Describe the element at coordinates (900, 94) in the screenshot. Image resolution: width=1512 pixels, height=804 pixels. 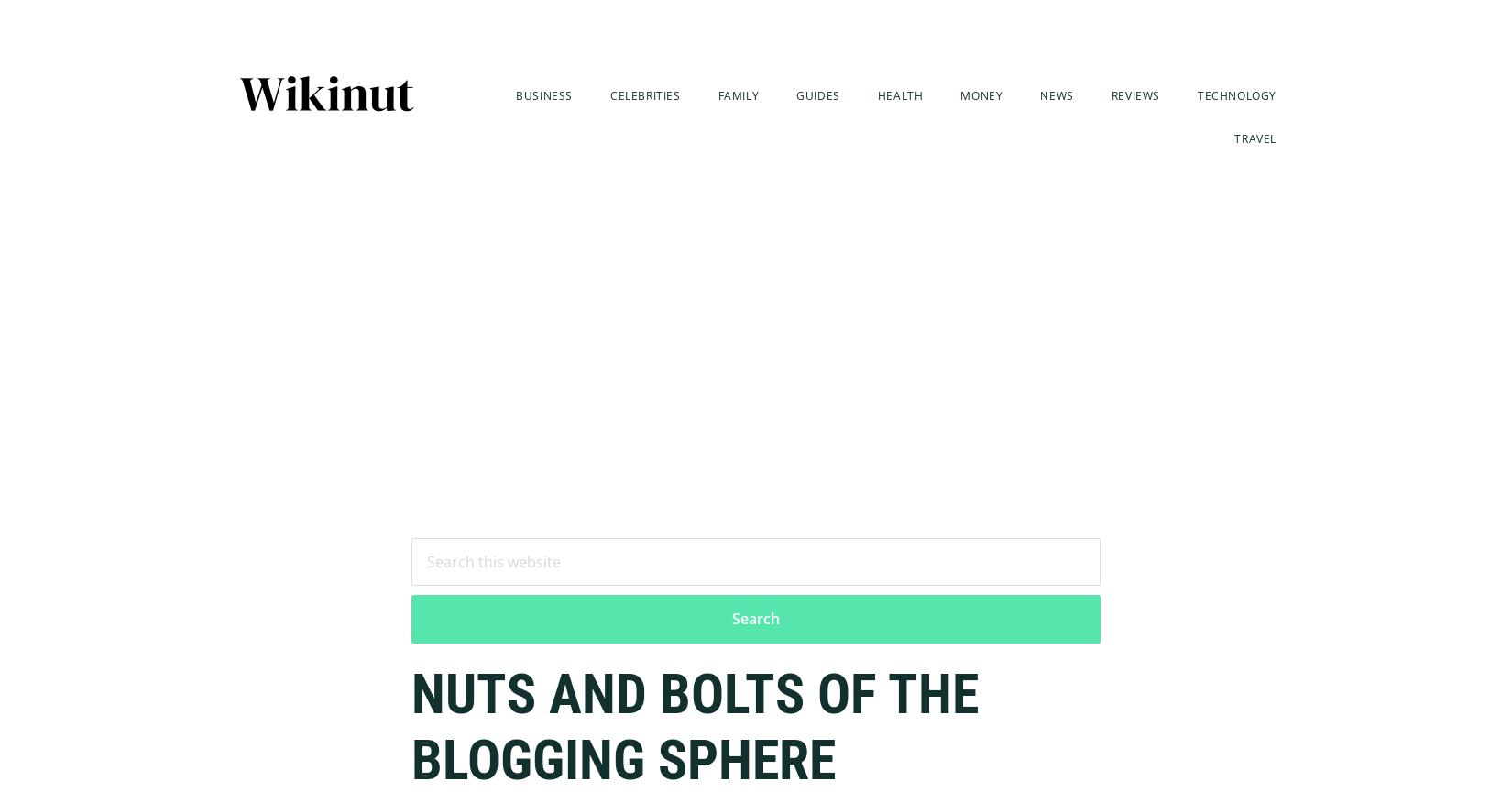
I see `'Health'` at that location.